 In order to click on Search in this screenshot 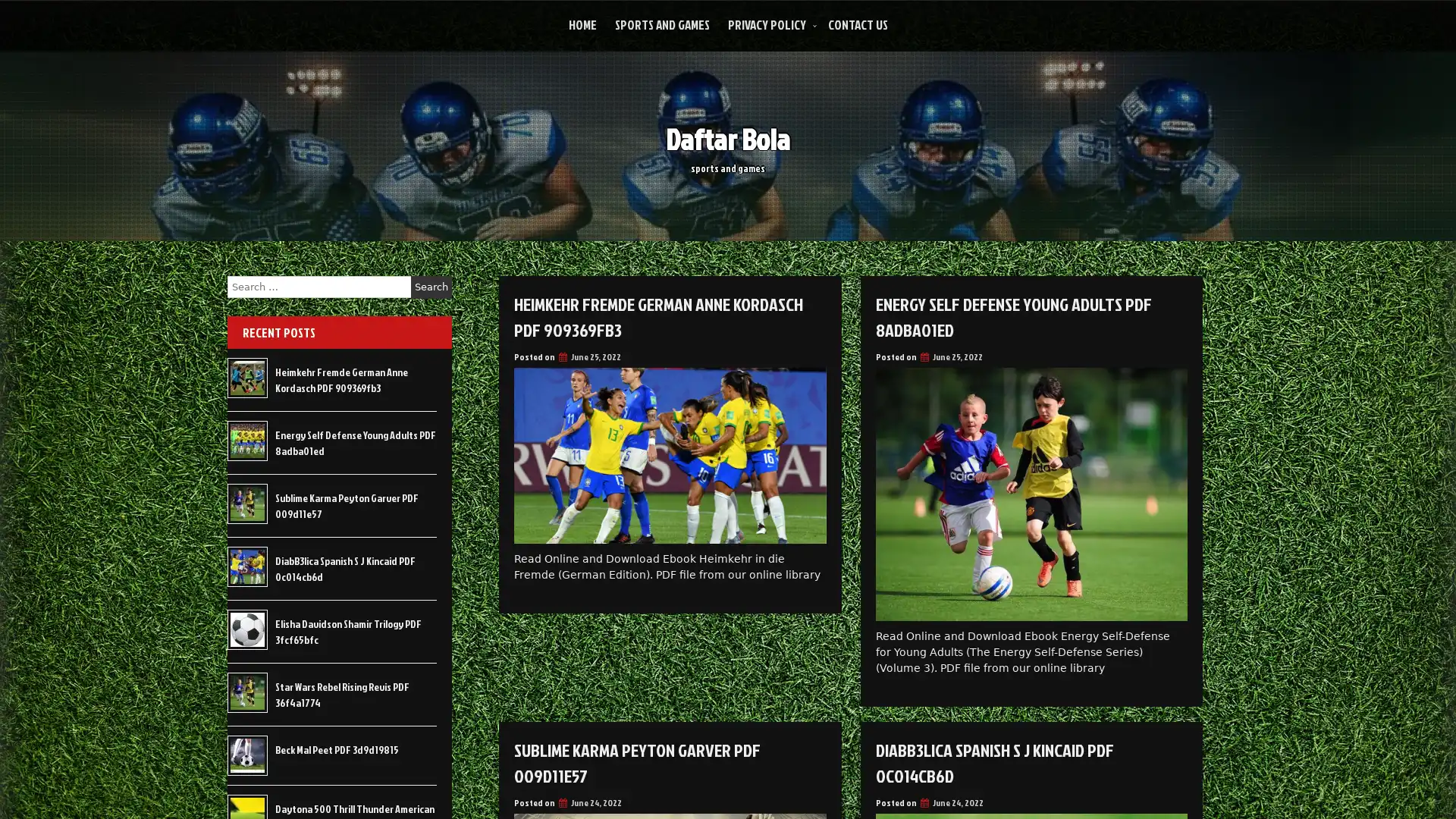, I will do `click(431, 287)`.